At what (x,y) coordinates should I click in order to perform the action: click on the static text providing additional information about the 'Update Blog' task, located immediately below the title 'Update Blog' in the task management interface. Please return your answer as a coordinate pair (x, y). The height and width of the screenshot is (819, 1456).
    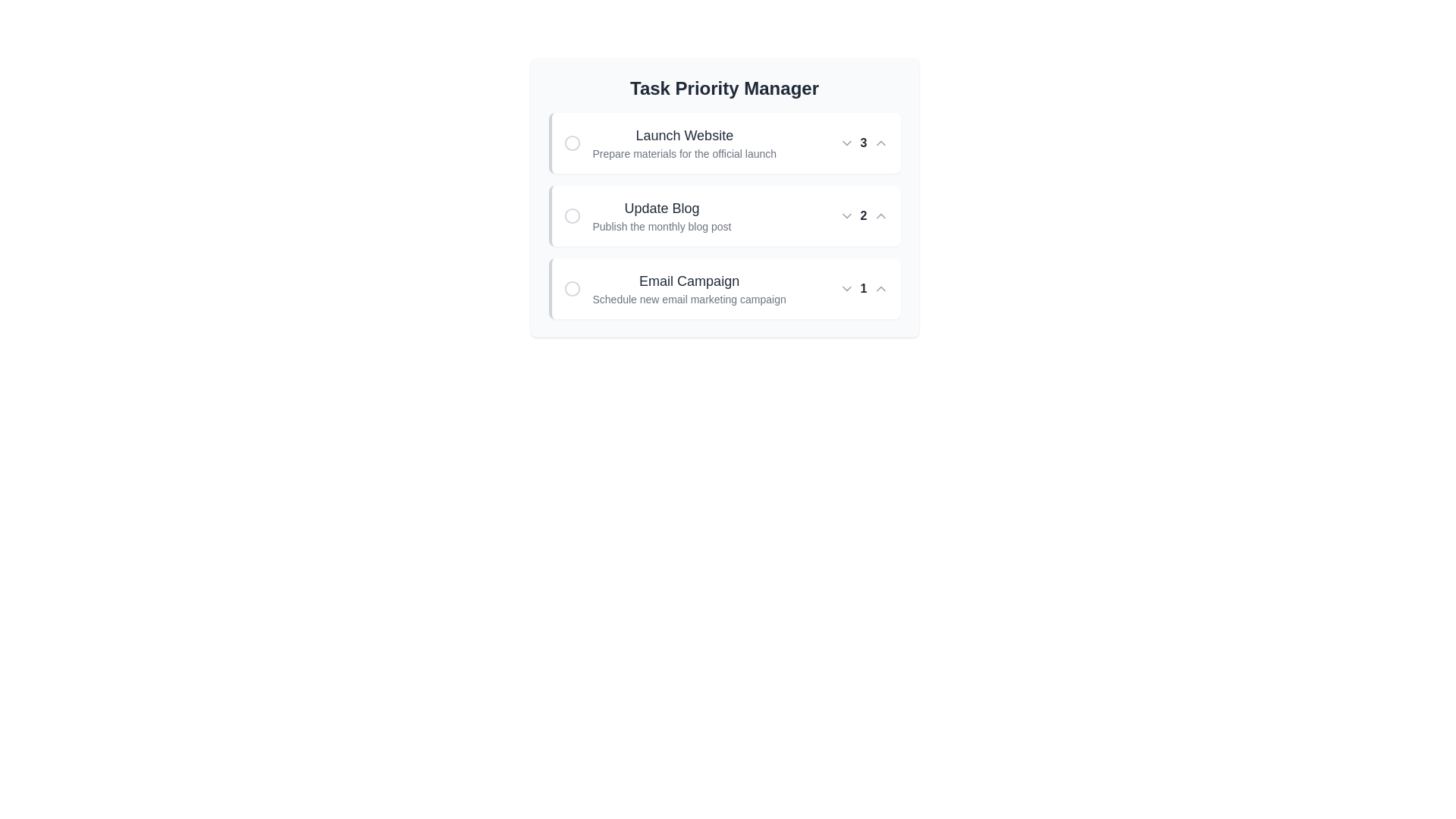
    Looking at the image, I should click on (662, 227).